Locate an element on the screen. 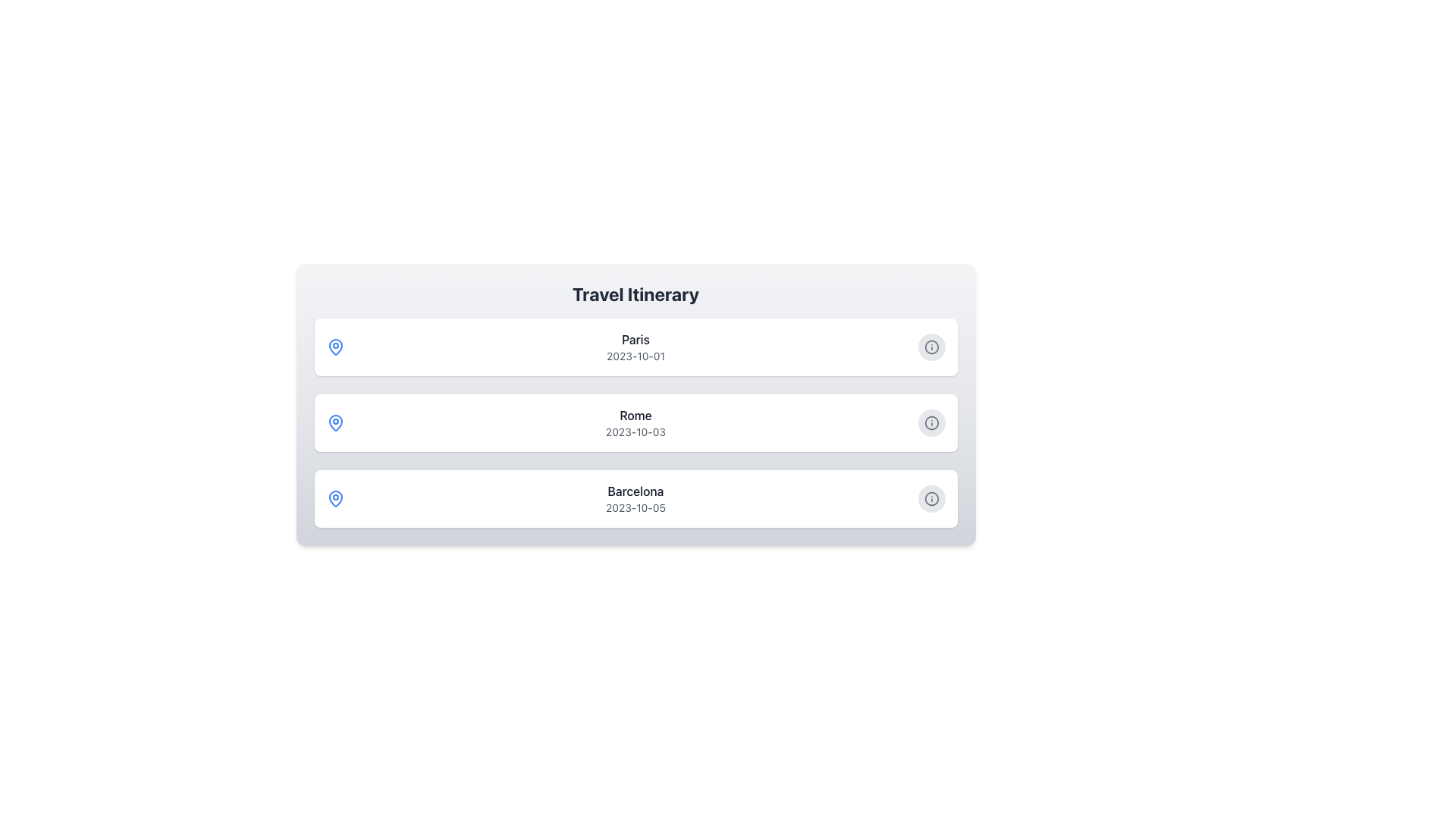  the text label displaying the date '2023-10-01' that is styled in gray and located below the 'Paris' label in the itinerary list is located at coordinates (635, 356).